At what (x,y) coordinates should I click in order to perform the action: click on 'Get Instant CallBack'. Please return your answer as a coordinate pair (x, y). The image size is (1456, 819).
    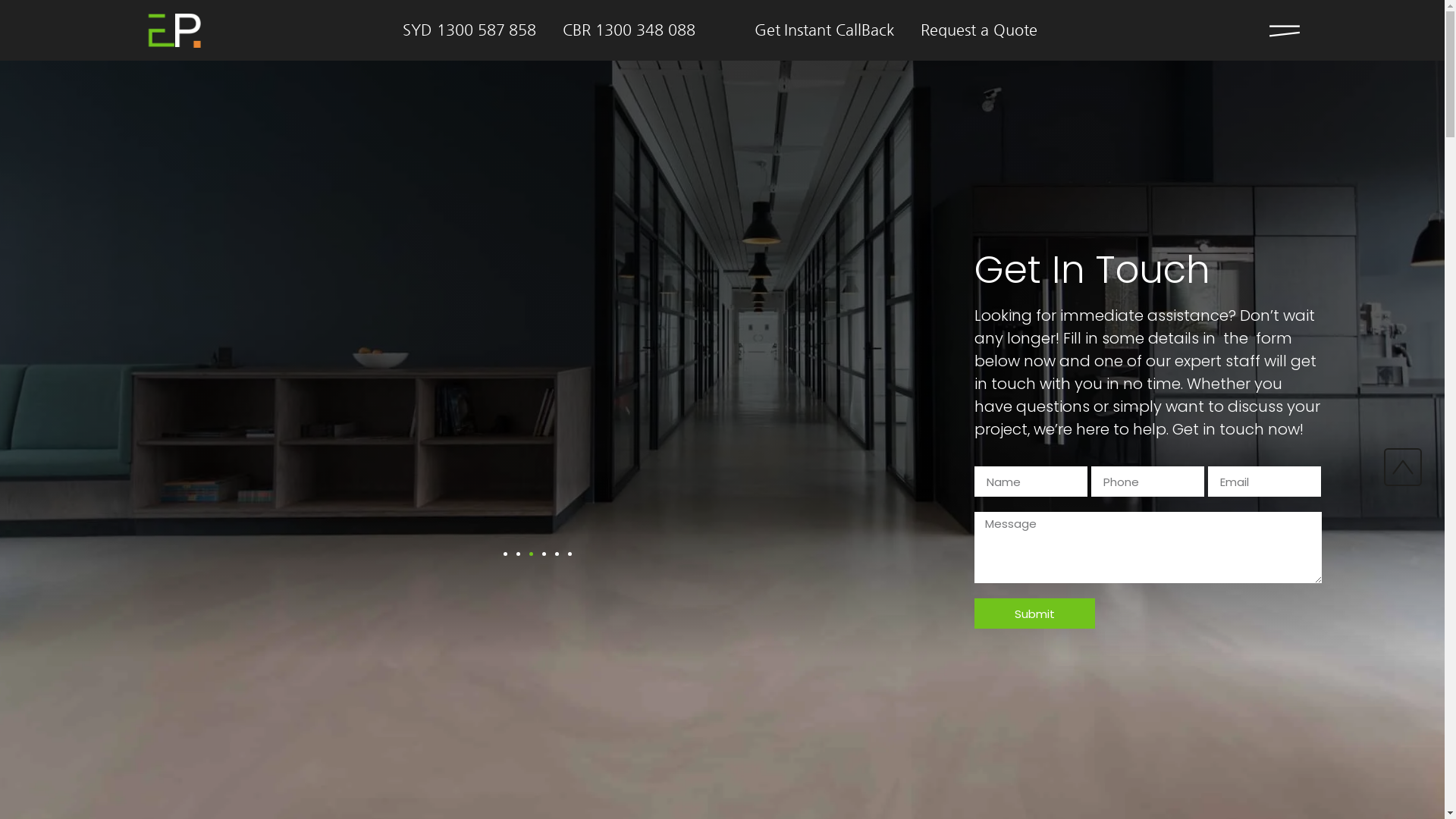
    Looking at the image, I should click on (823, 30).